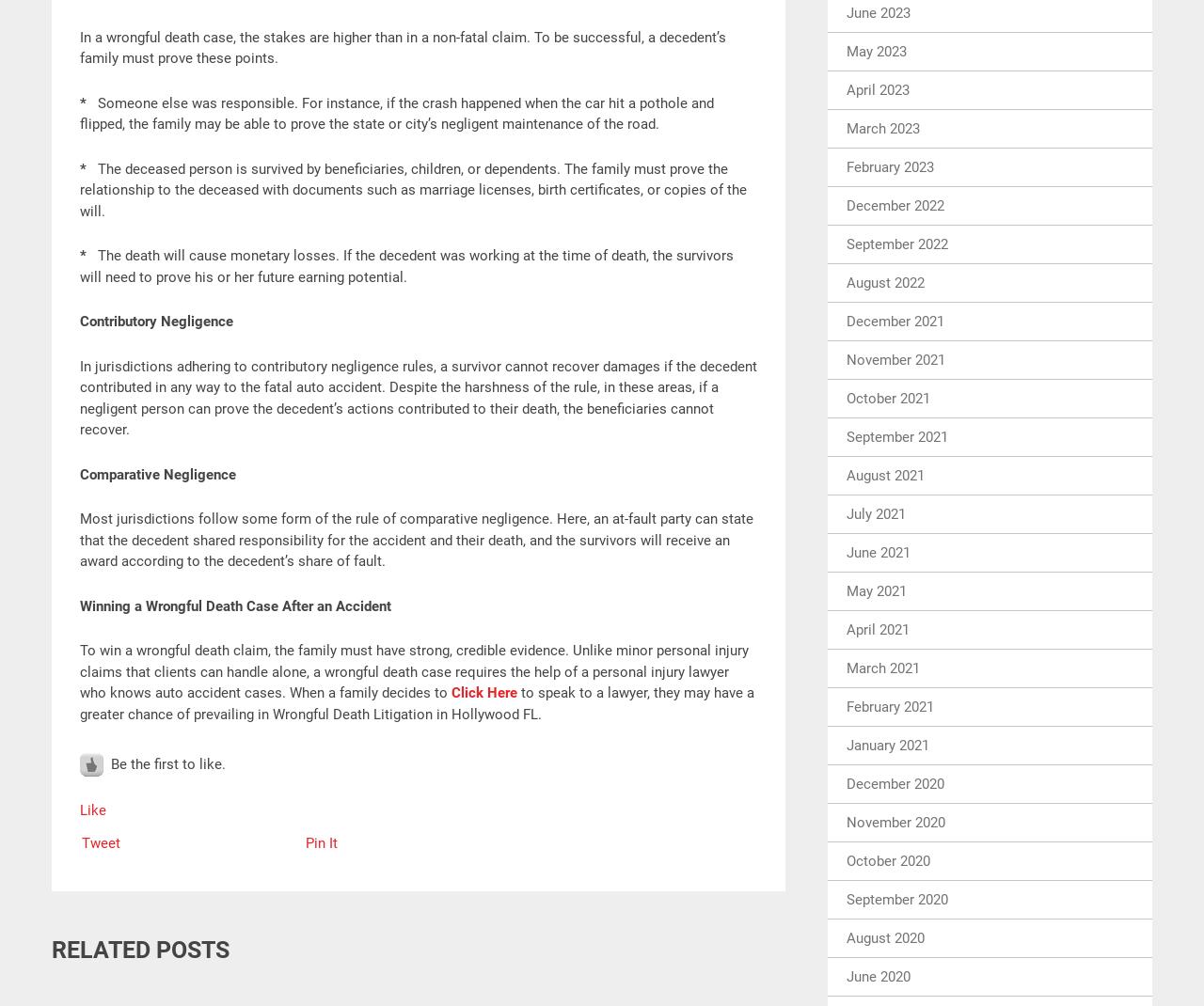 The width and height of the screenshot is (1204, 1006). I want to click on 'April 2021', so click(845, 628).